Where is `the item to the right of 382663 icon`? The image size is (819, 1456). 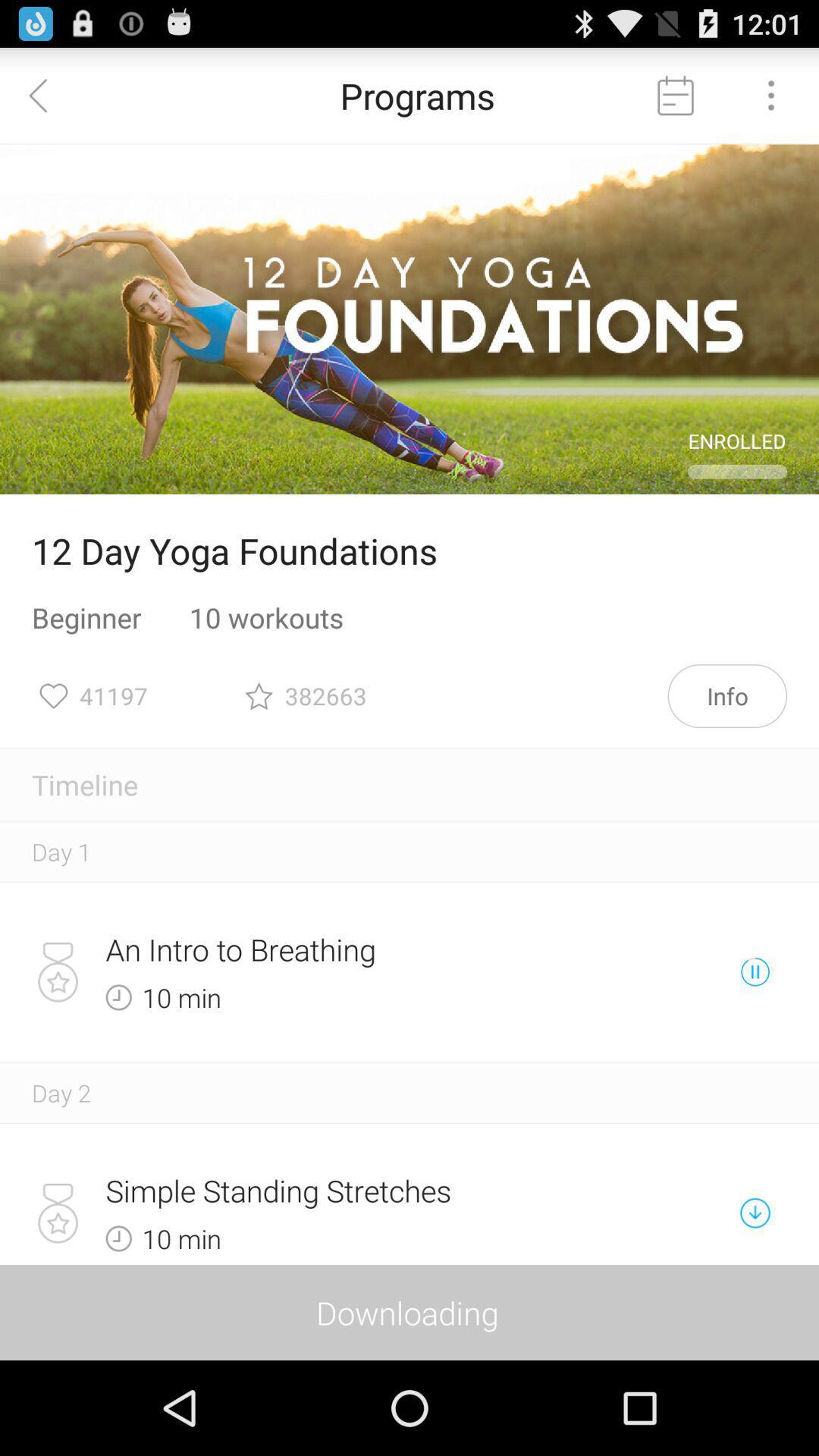 the item to the right of 382663 icon is located at coordinates (726, 695).